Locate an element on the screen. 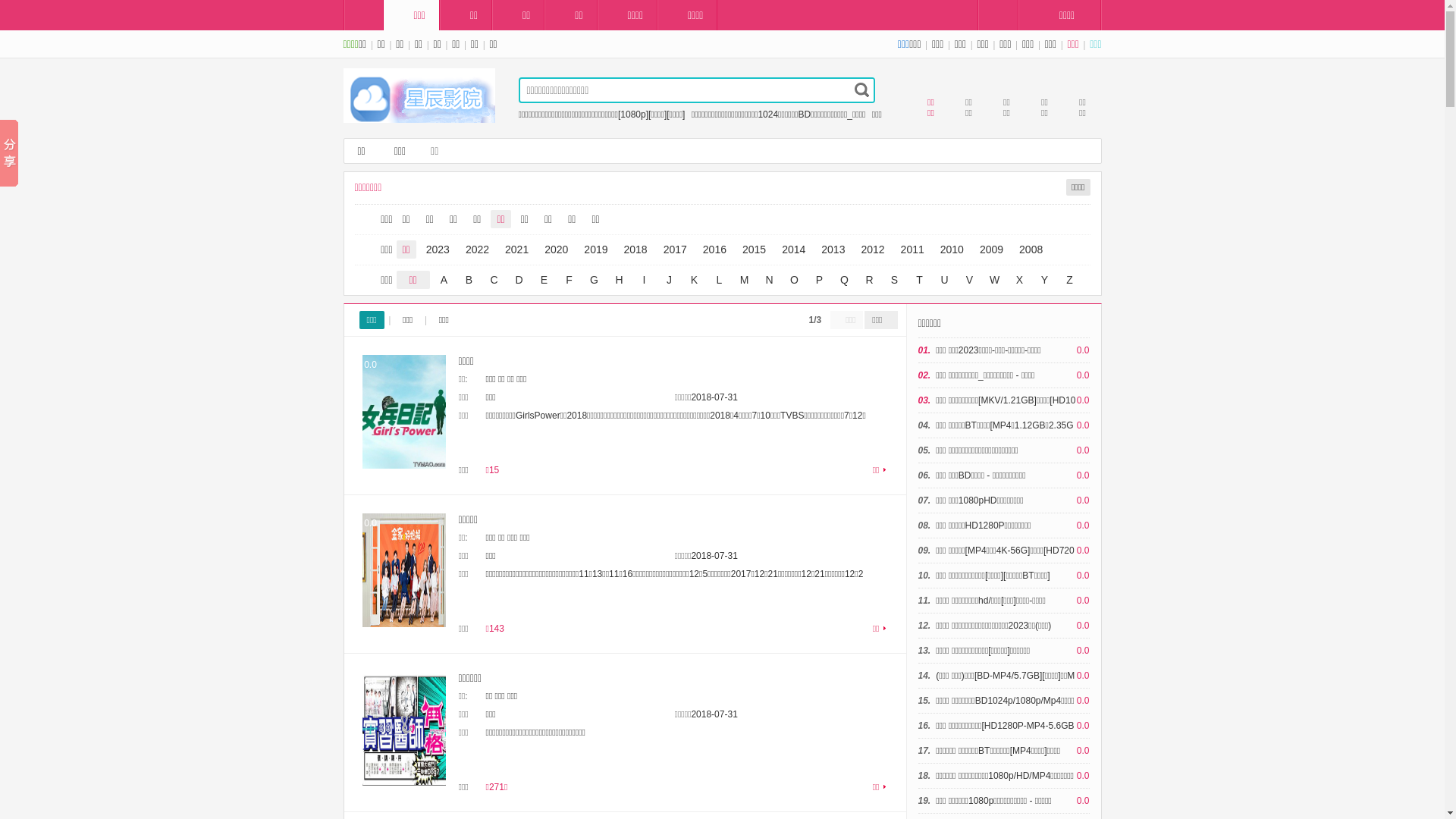  'G' is located at coordinates (593, 280).